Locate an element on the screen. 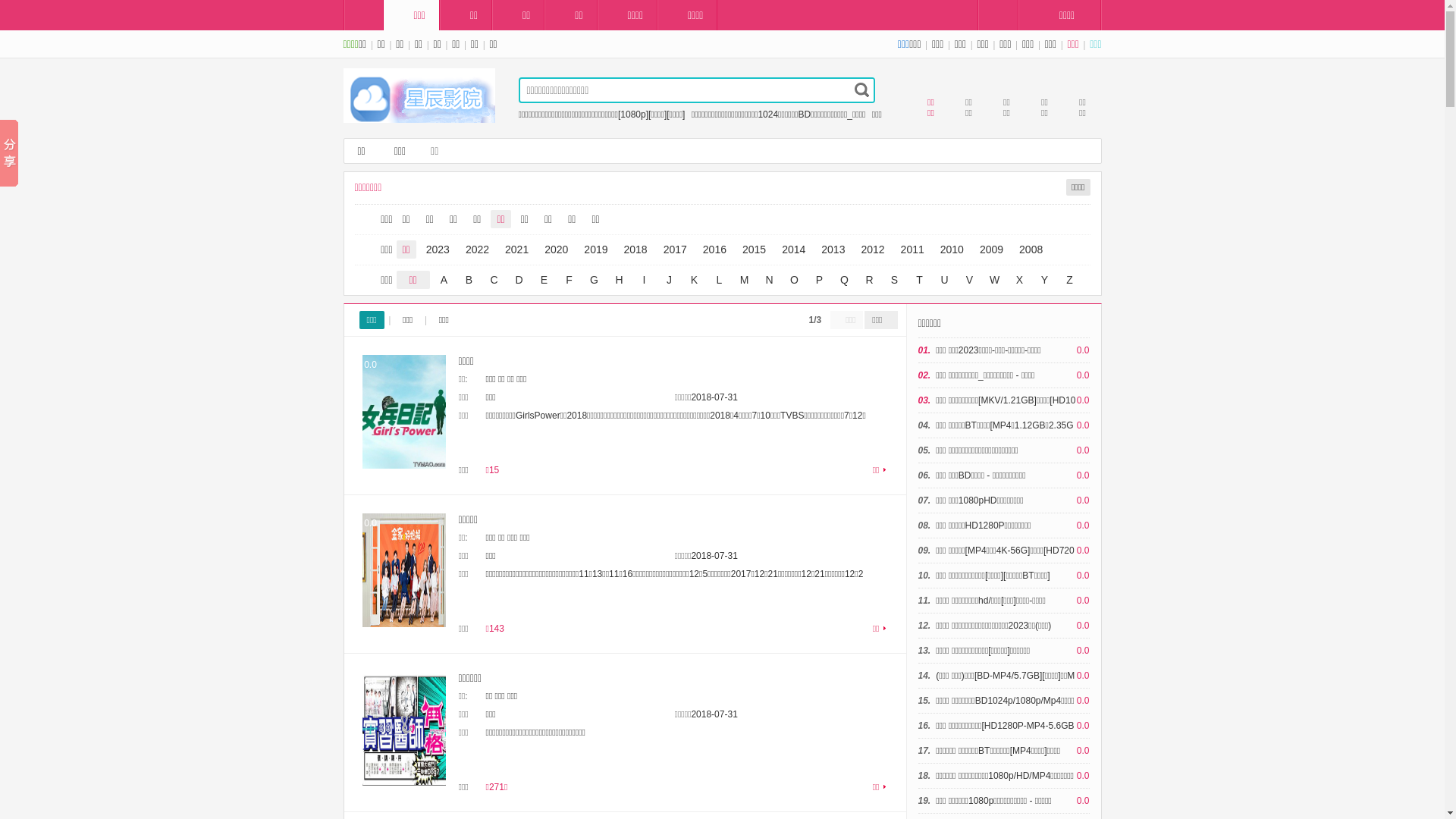  'G' is located at coordinates (593, 280).